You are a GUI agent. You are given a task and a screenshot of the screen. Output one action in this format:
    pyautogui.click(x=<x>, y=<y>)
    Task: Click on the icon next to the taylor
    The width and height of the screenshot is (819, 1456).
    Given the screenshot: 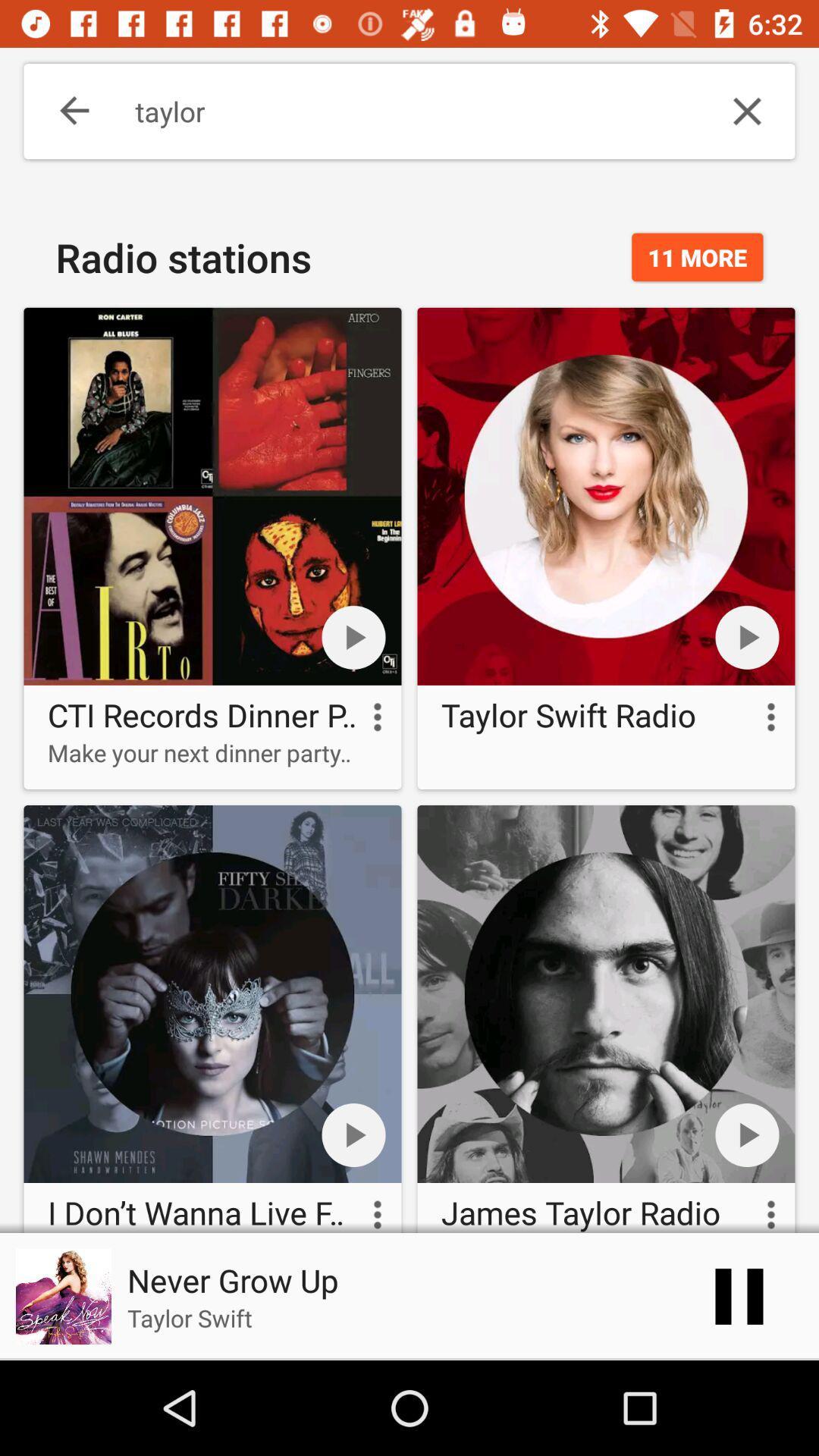 What is the action you would take?
    pyautogui.click(x=63, y=111)
    